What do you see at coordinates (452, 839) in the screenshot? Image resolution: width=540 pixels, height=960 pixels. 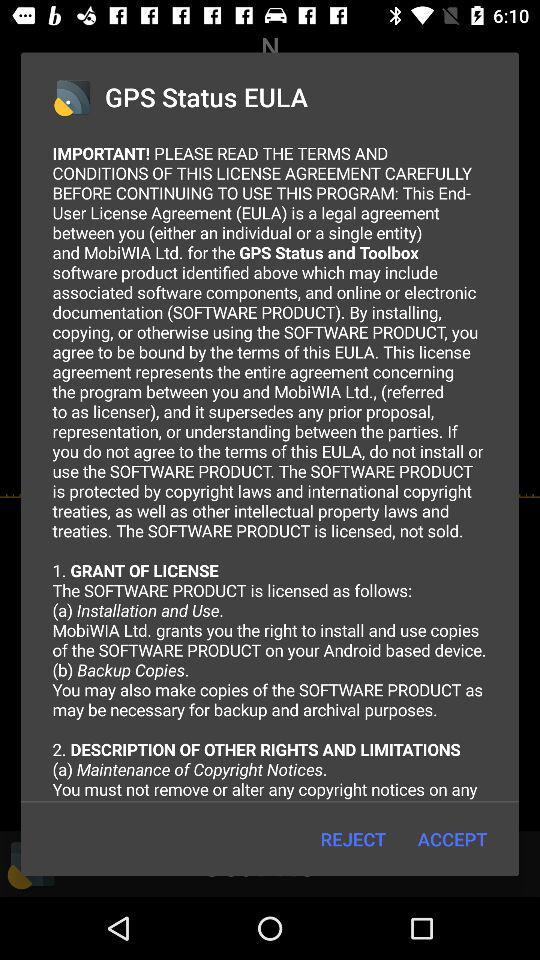 I see `the item at the bottom right corner` at bounding box center [452, 839].